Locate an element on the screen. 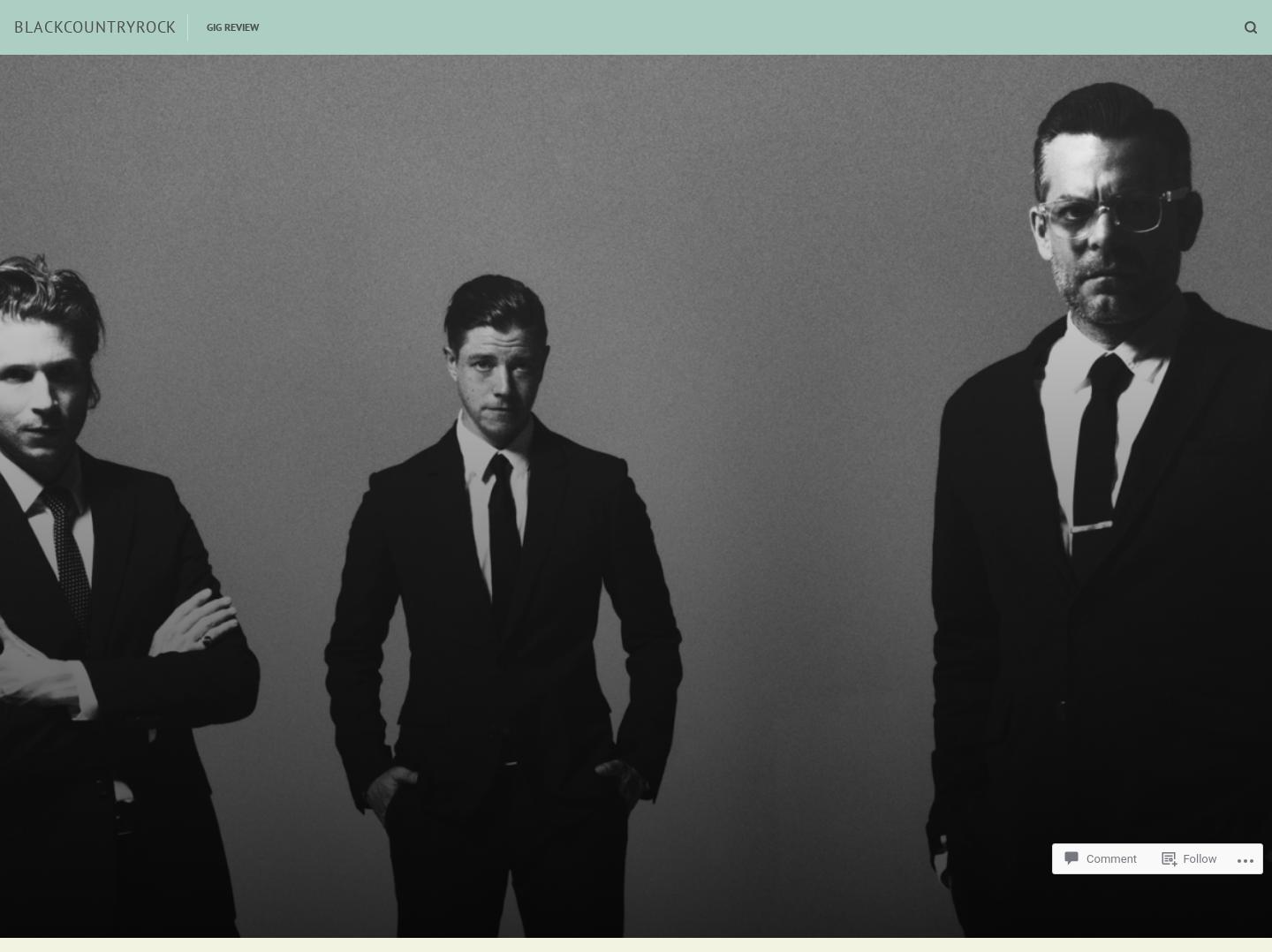  'Search powered by Jetpack' is located at coordinates (647, 821).